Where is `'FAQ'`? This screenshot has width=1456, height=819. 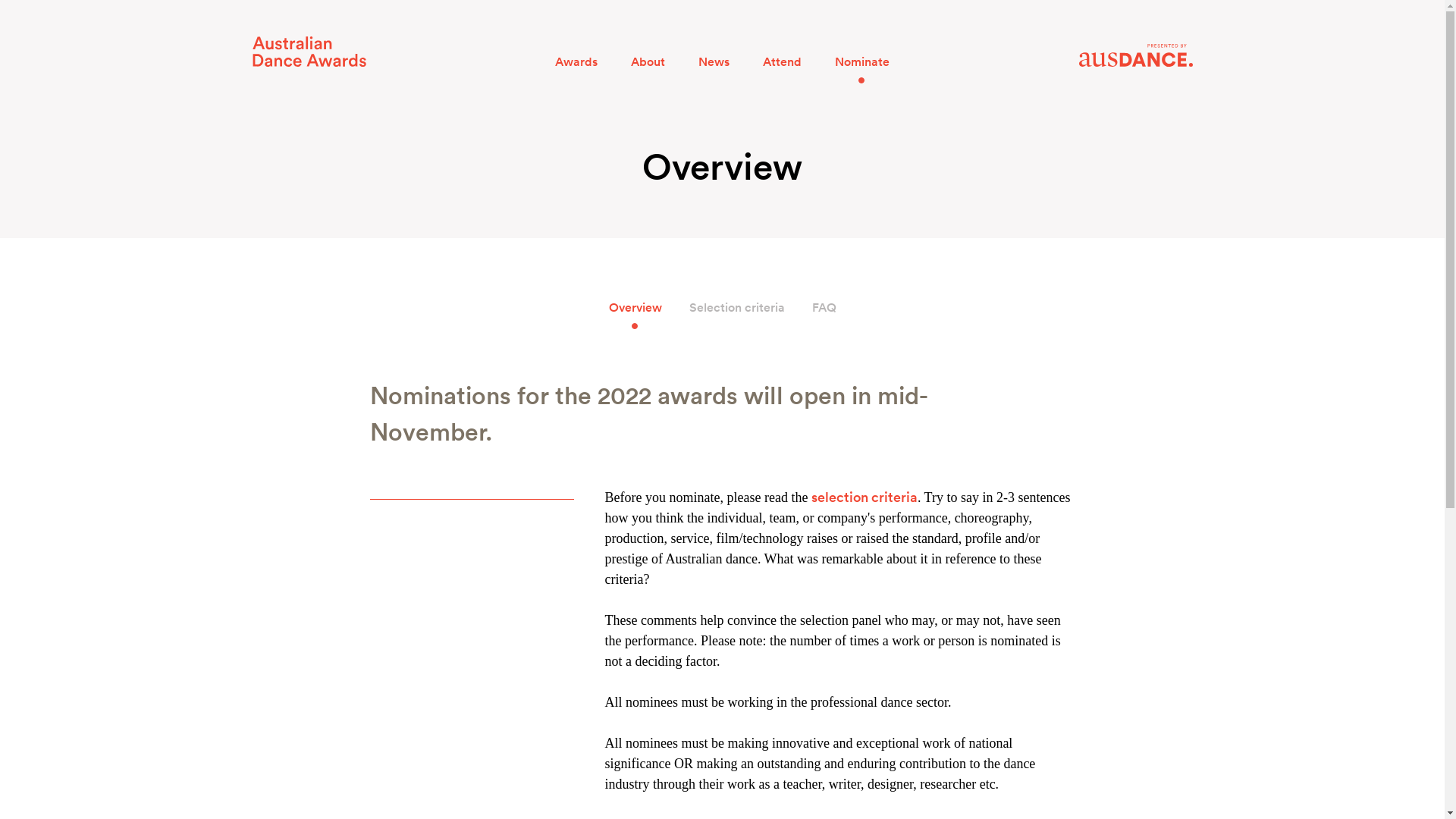 'FAQ' is located at coordinates (822, 307).